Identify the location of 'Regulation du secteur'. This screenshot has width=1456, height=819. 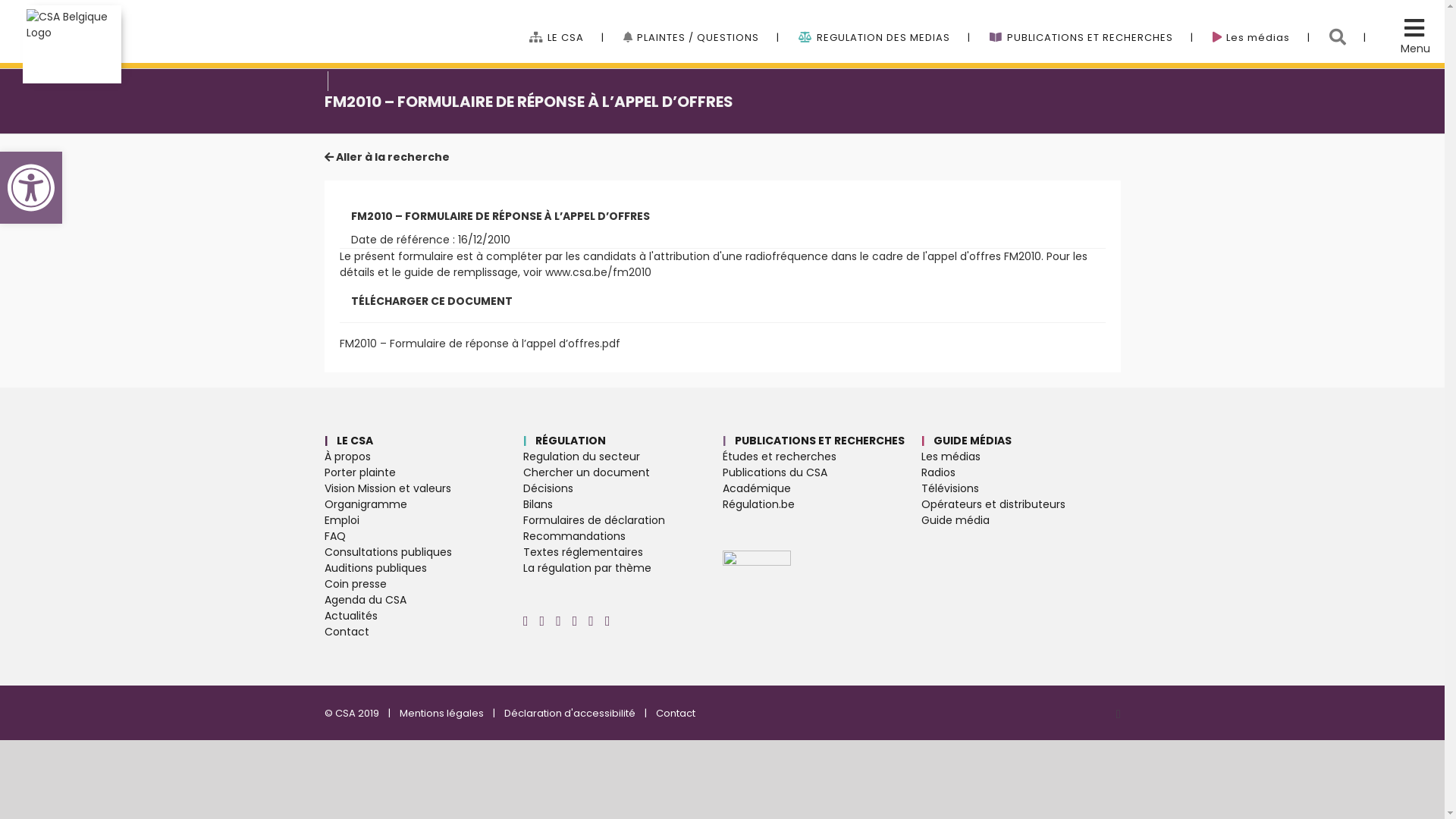
(623, 456).